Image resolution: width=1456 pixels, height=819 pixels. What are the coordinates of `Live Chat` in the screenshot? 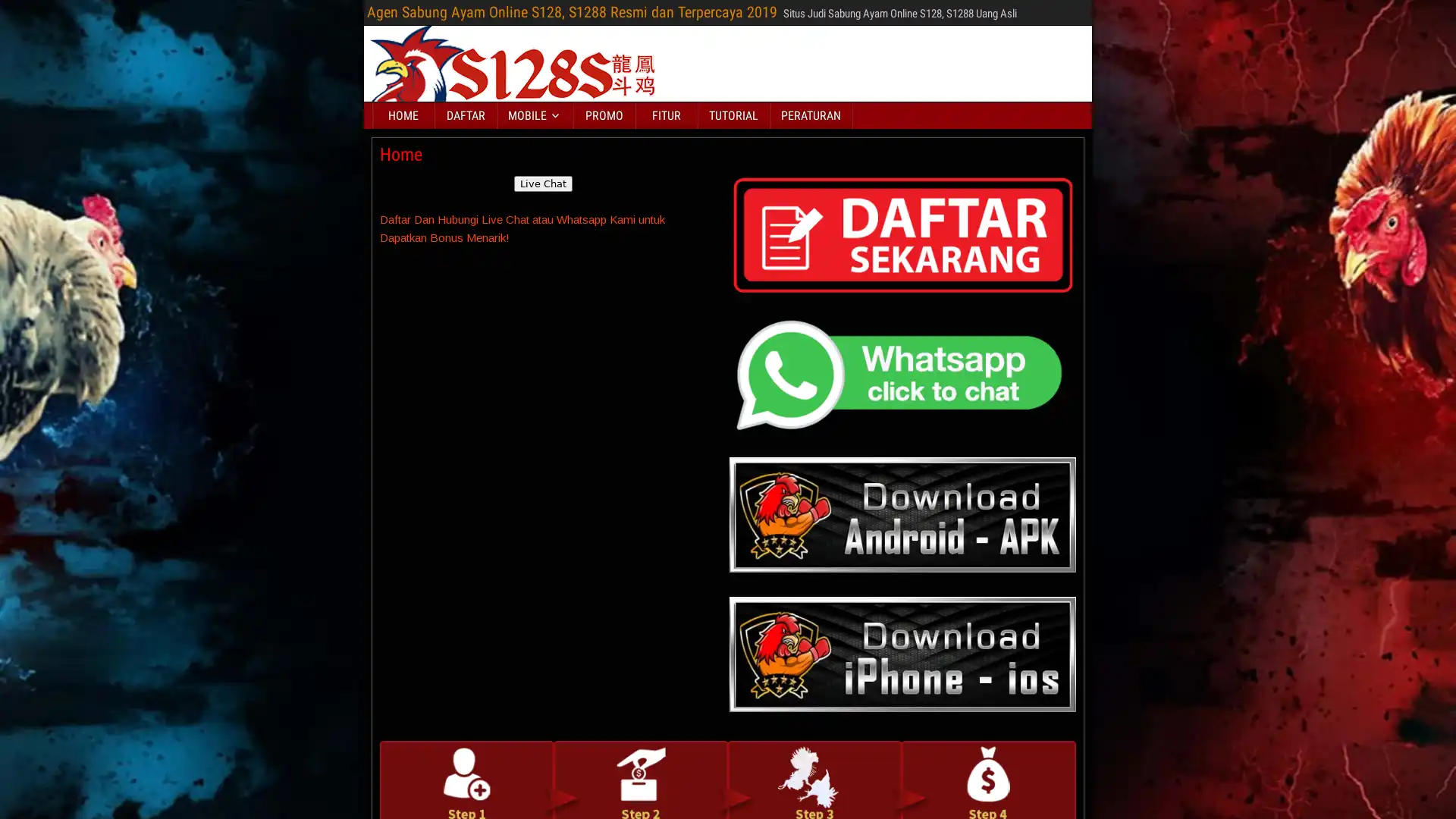 It's located at (543, 183).